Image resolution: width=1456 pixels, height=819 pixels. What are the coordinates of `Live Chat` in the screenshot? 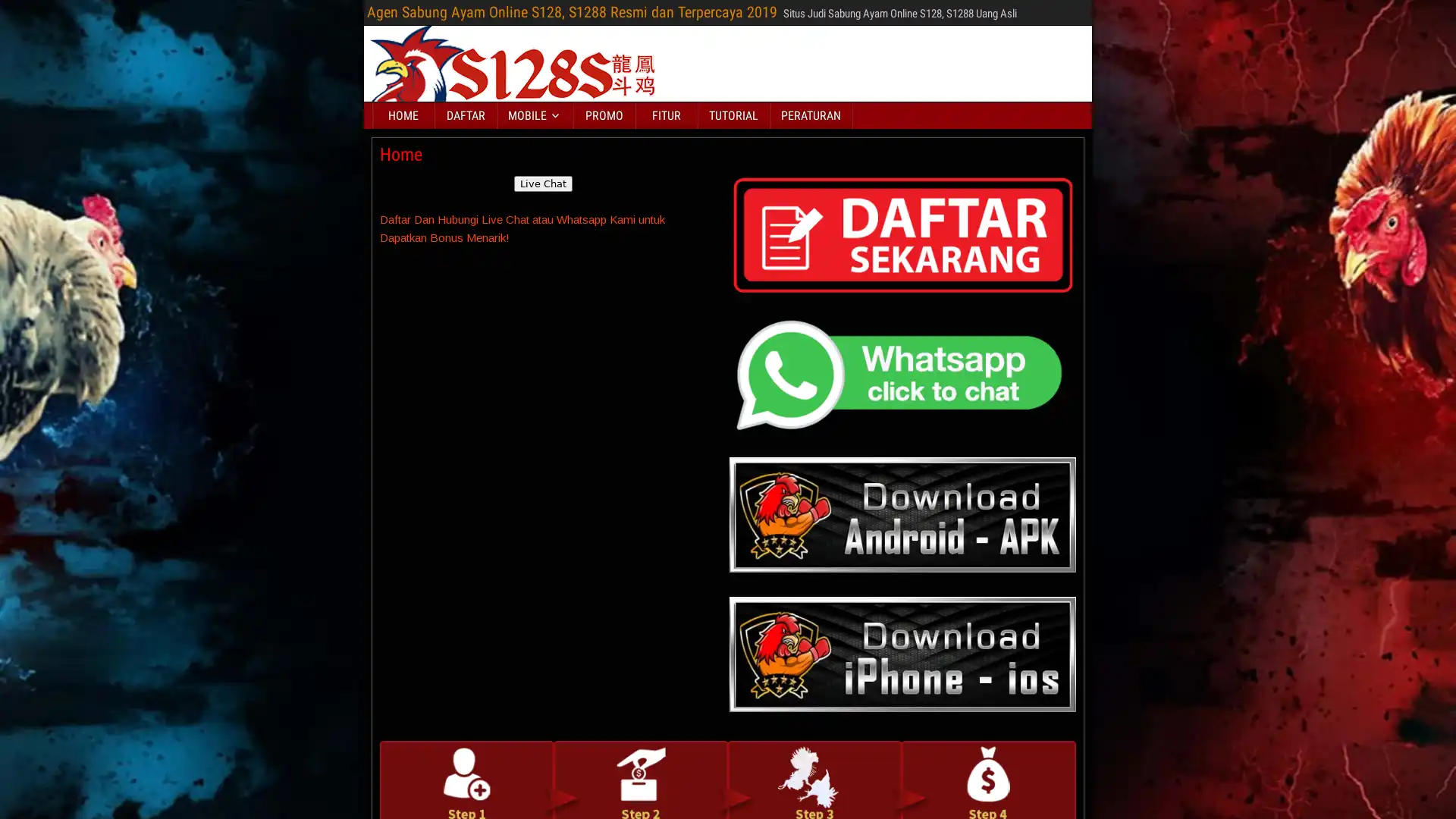 It's located at (543, 183).